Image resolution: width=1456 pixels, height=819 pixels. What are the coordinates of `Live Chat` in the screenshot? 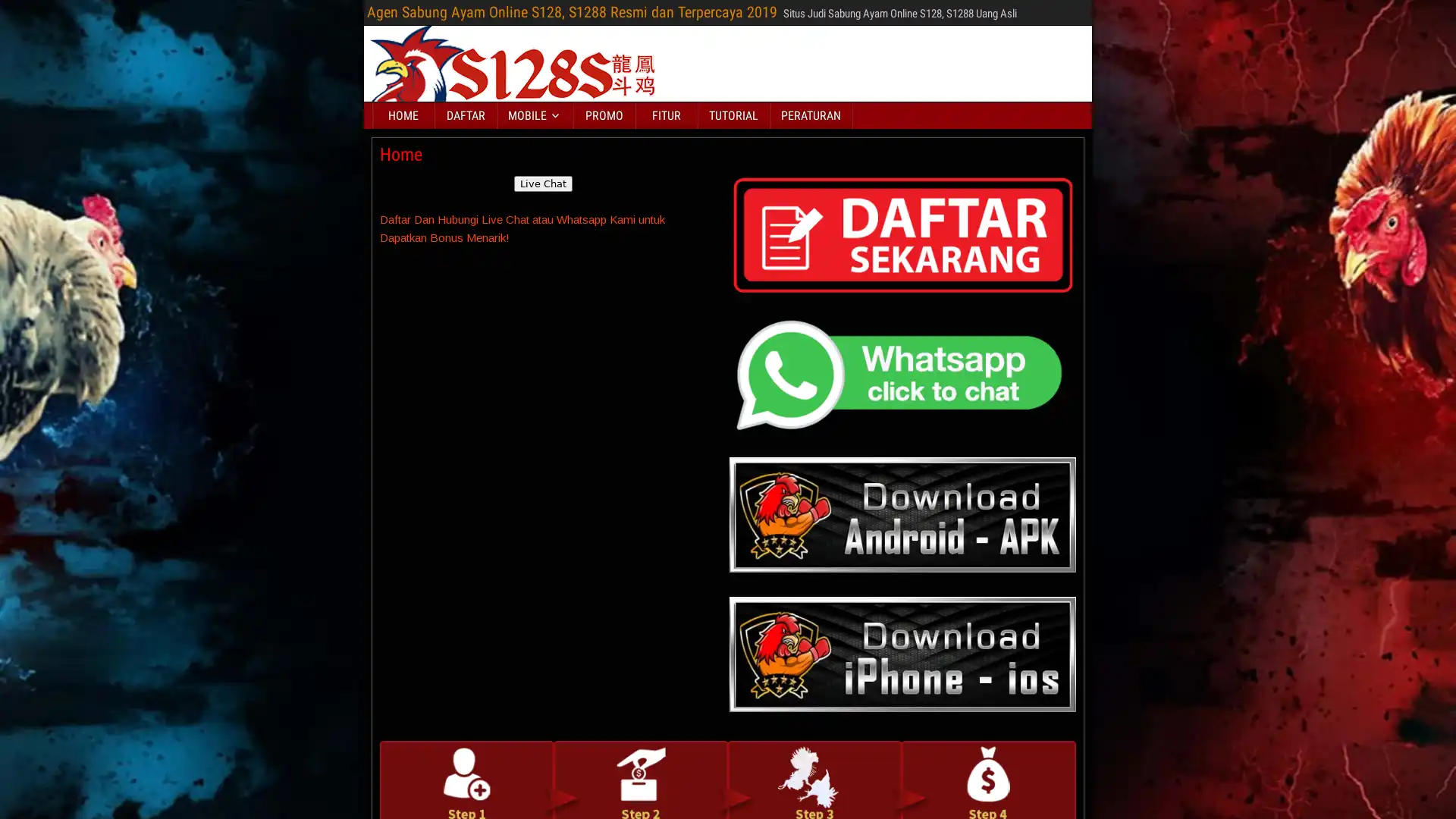 It's located at (543, 183).